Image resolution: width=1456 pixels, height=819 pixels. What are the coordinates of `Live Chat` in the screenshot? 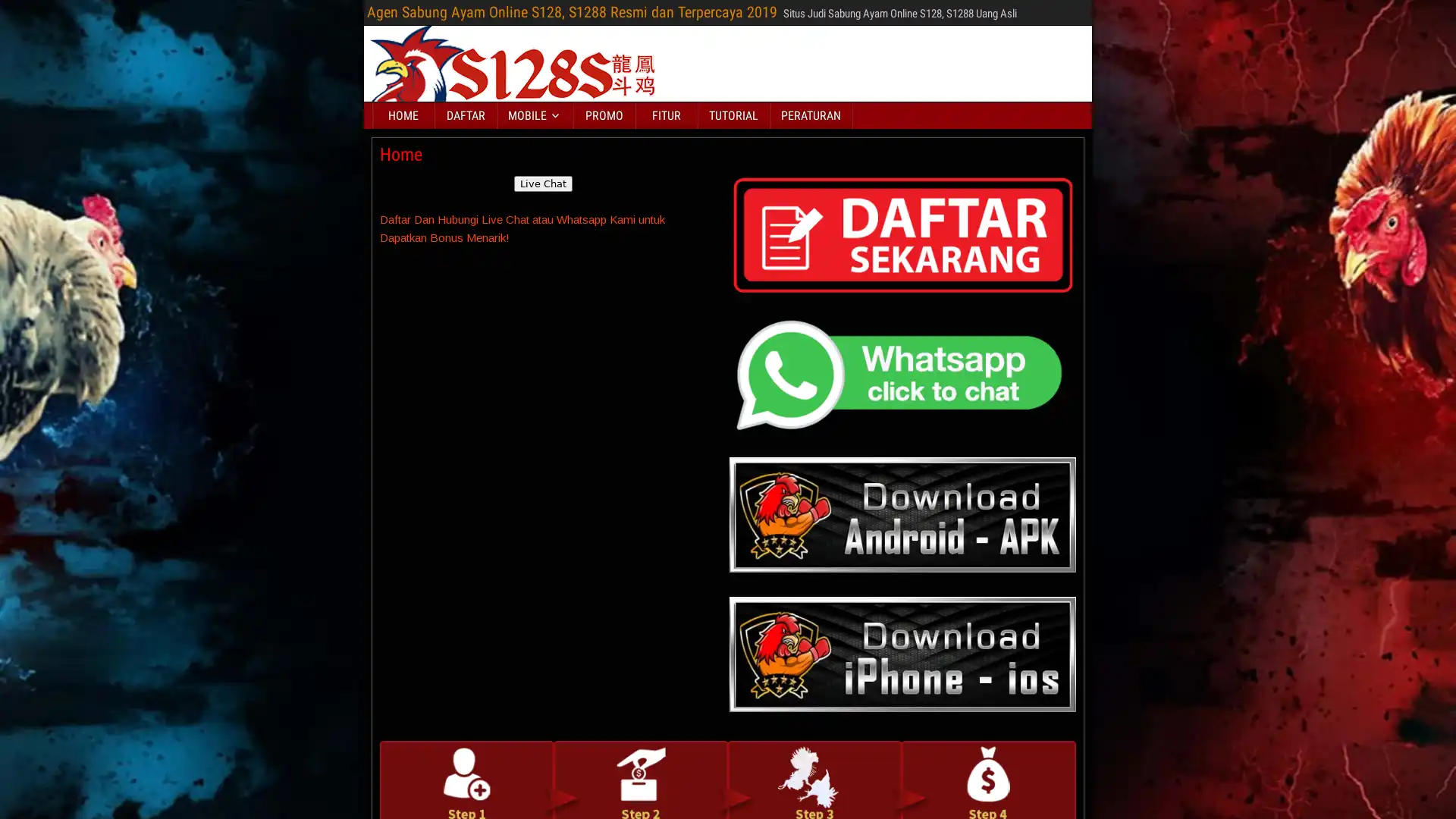 It's located at (543, 183).